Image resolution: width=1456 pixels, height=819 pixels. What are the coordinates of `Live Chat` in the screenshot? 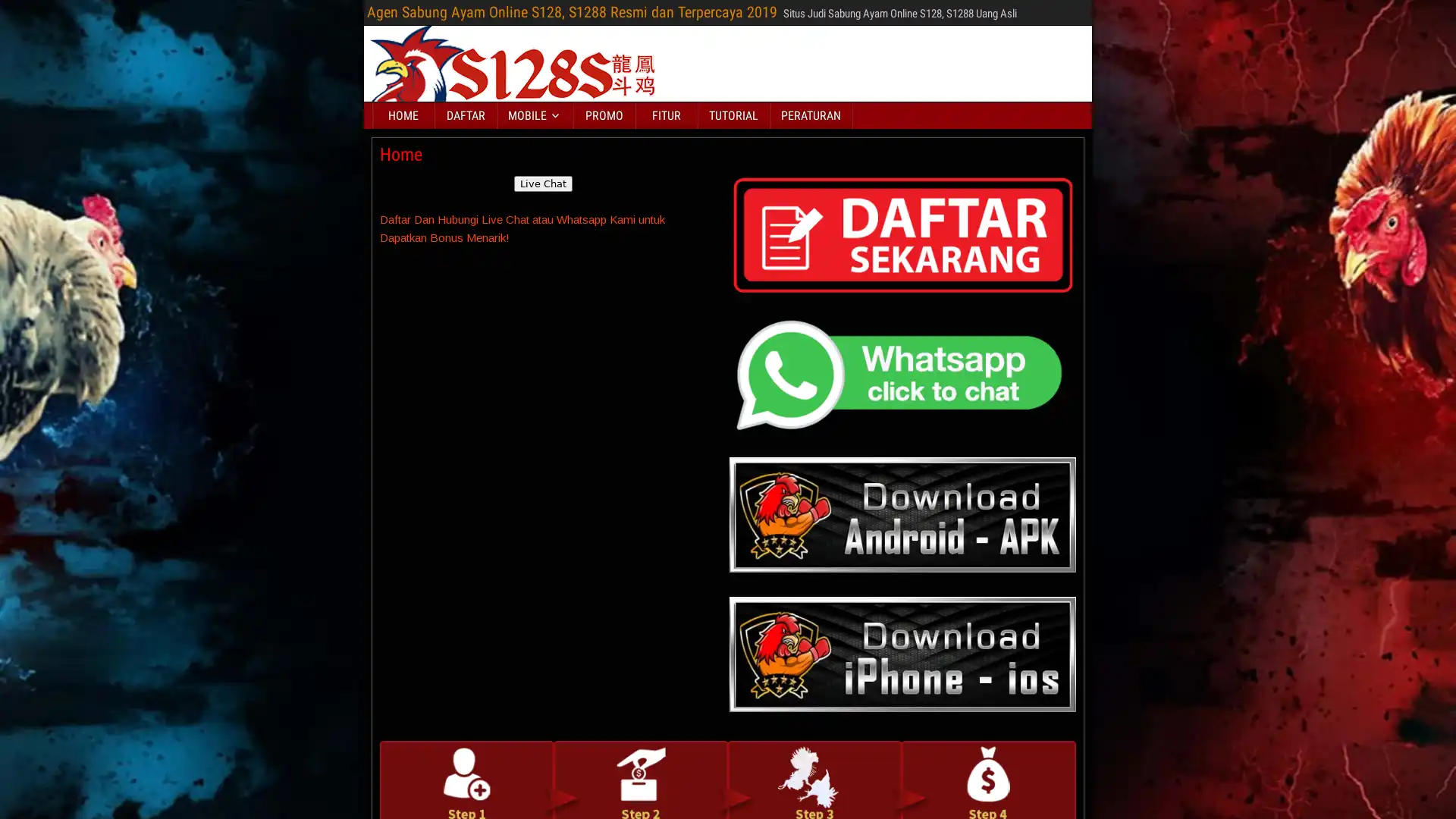 It's located at (543, 183).